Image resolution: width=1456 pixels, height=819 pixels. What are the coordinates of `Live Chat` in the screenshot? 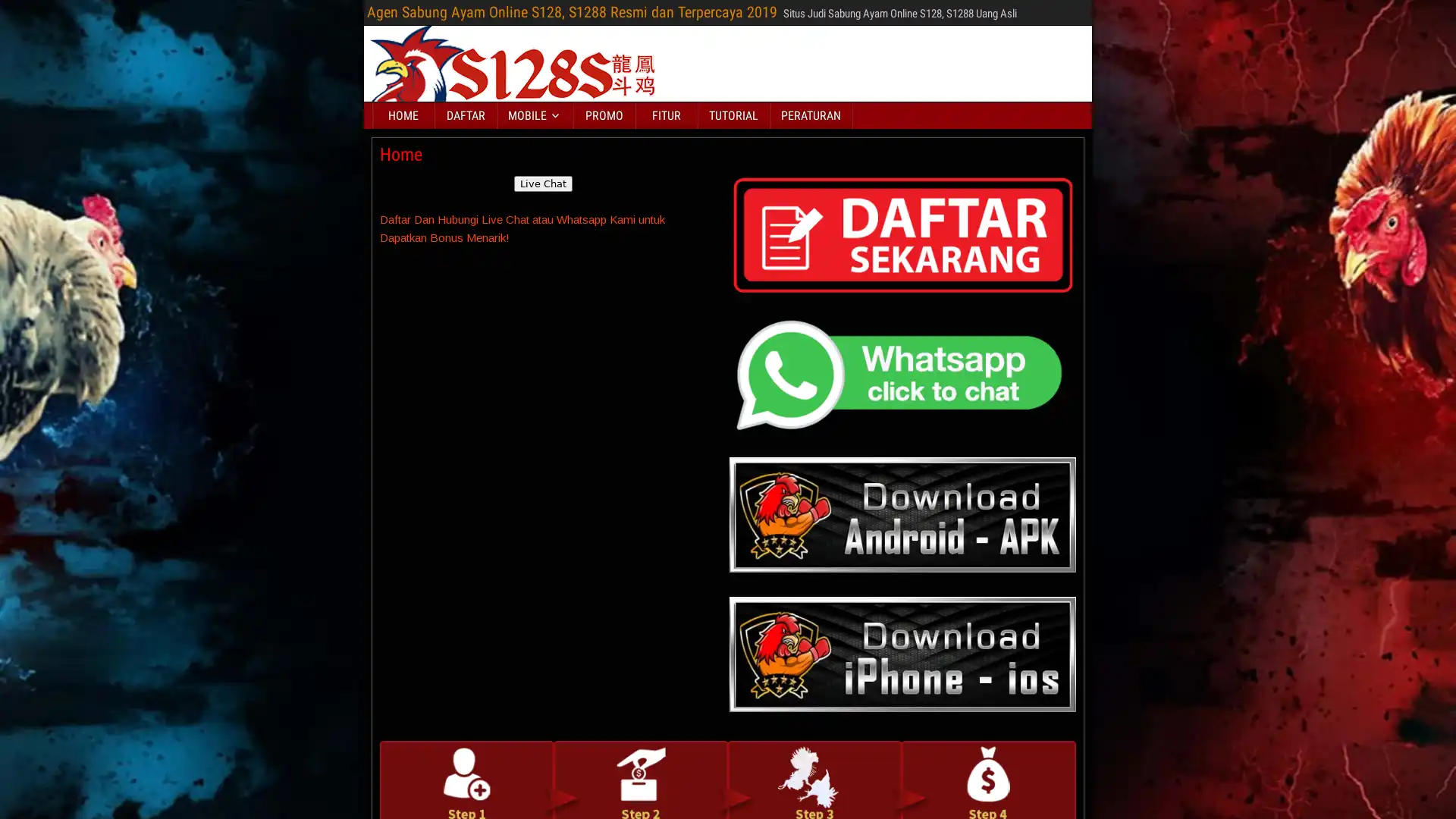 It's located at (543, 183).